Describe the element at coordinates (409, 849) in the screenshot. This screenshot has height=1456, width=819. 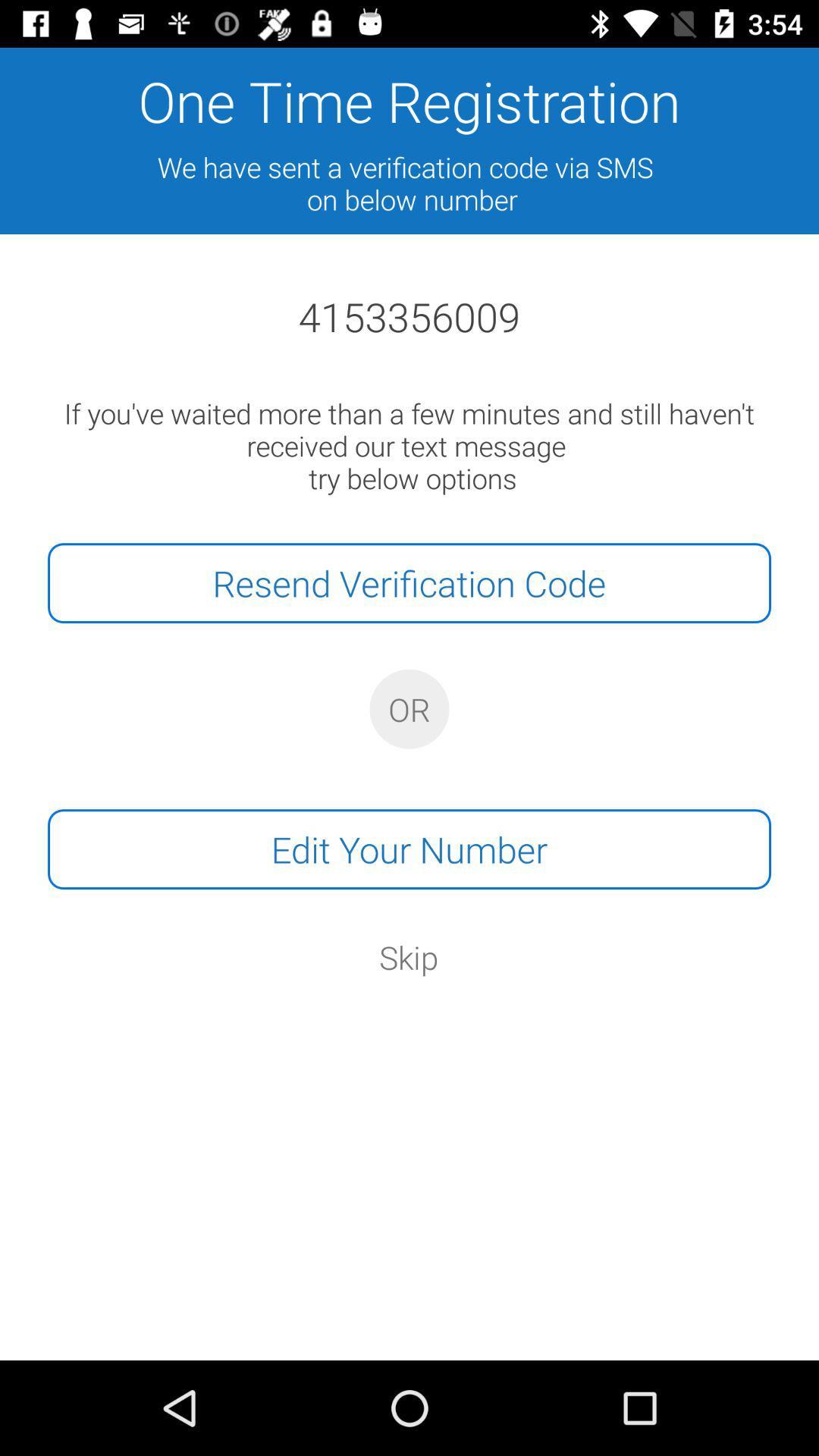
I see `edit your number item` at that location.